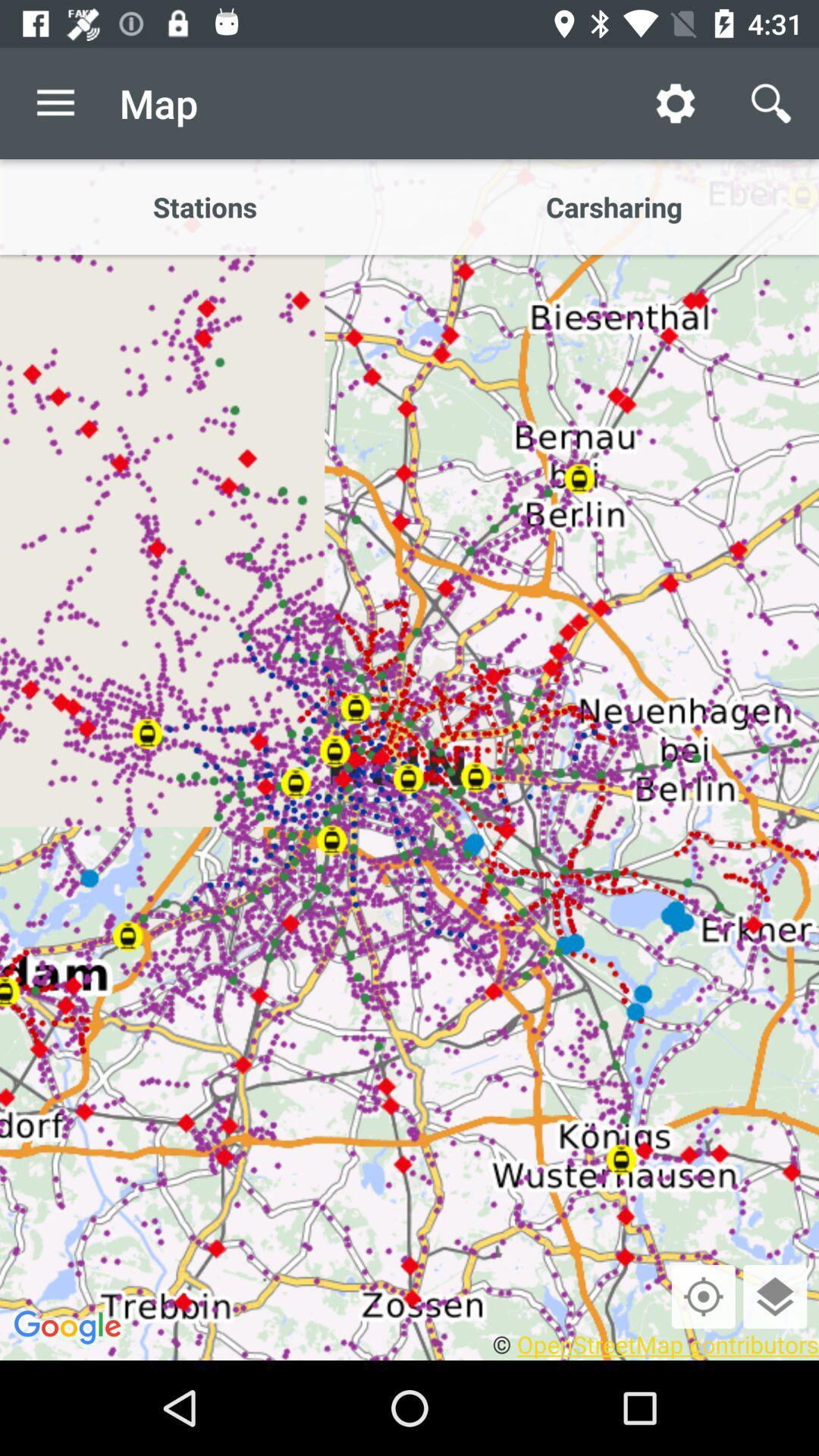  What do you see at coordinates (703, 1295) in the screenshot?
I see `find current location` at bounding box center [703, 1295].